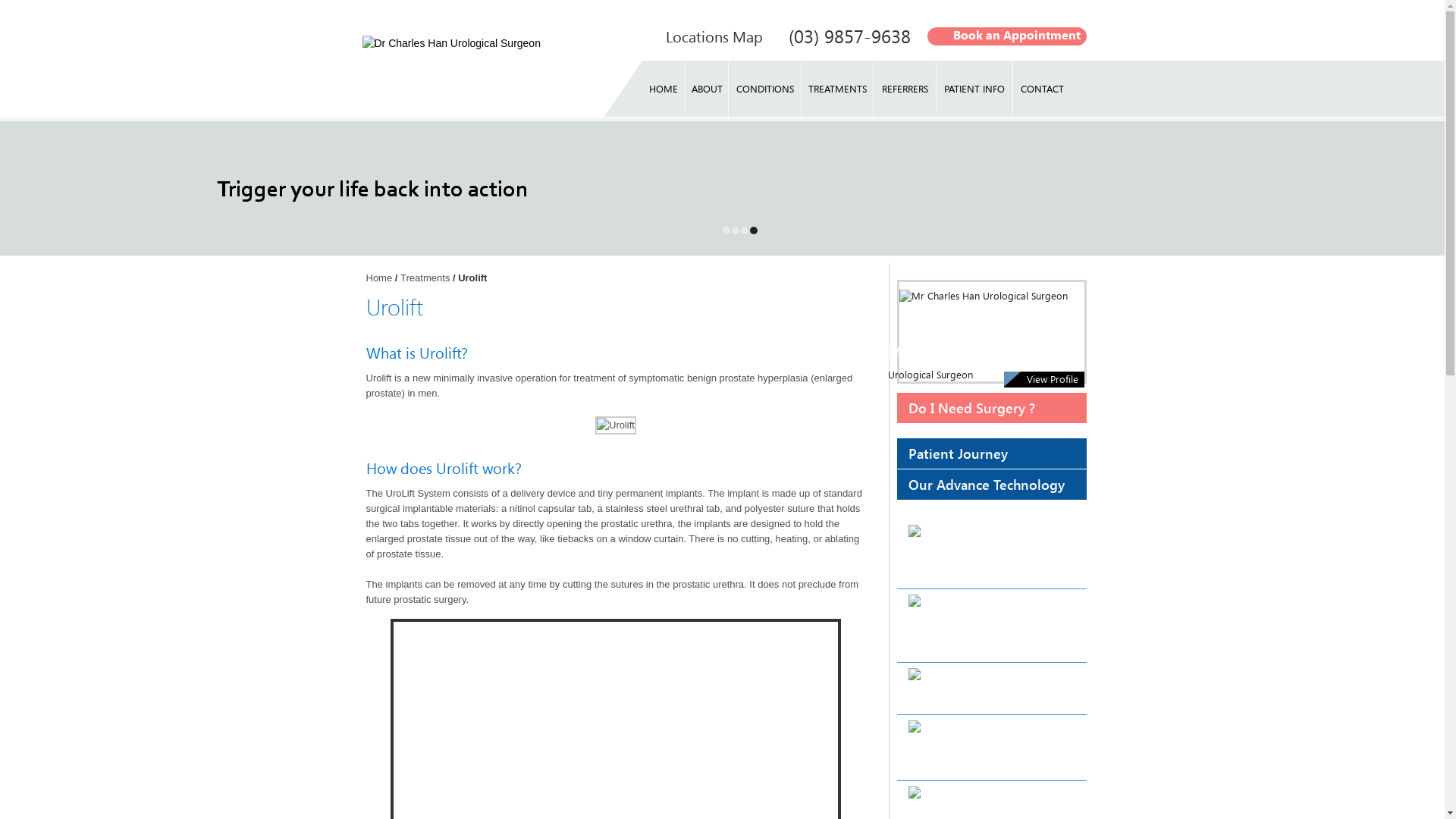  What do you see at coordinates (975, 88) in the screenshot?
I see `'PATIENT INFO'` at bounding box center [975, 88].